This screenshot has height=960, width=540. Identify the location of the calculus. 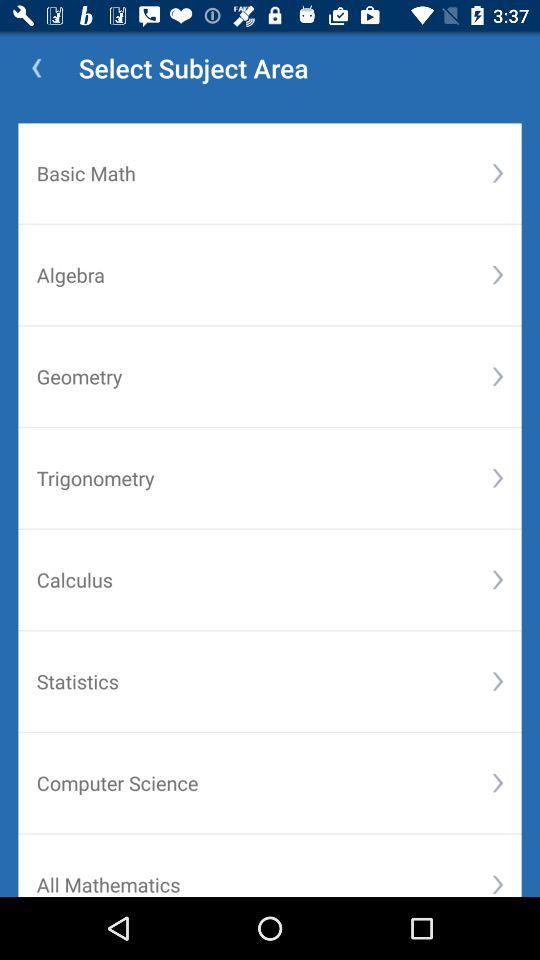
(264, 579).